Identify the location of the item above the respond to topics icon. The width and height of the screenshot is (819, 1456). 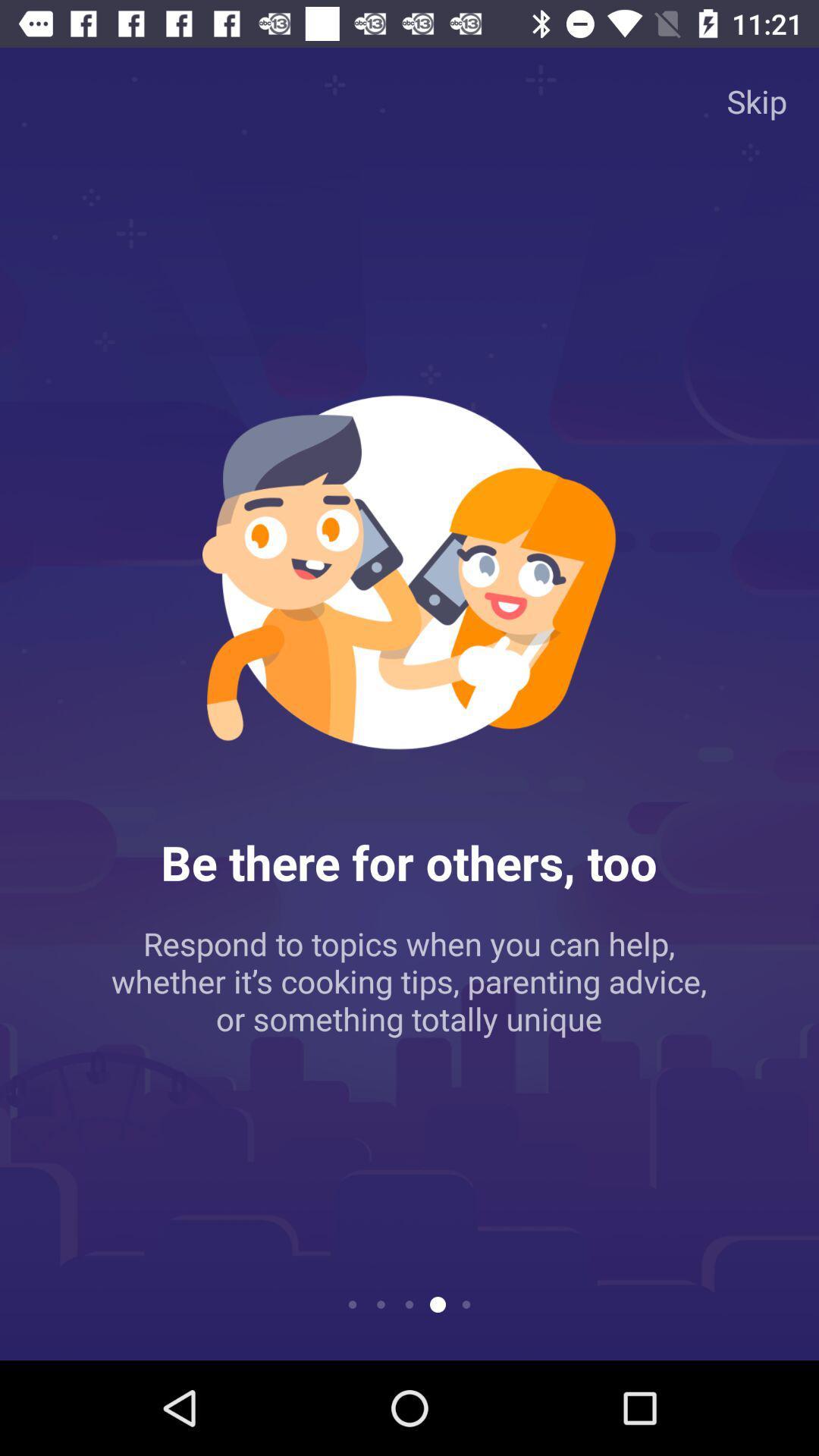
(757, 100).